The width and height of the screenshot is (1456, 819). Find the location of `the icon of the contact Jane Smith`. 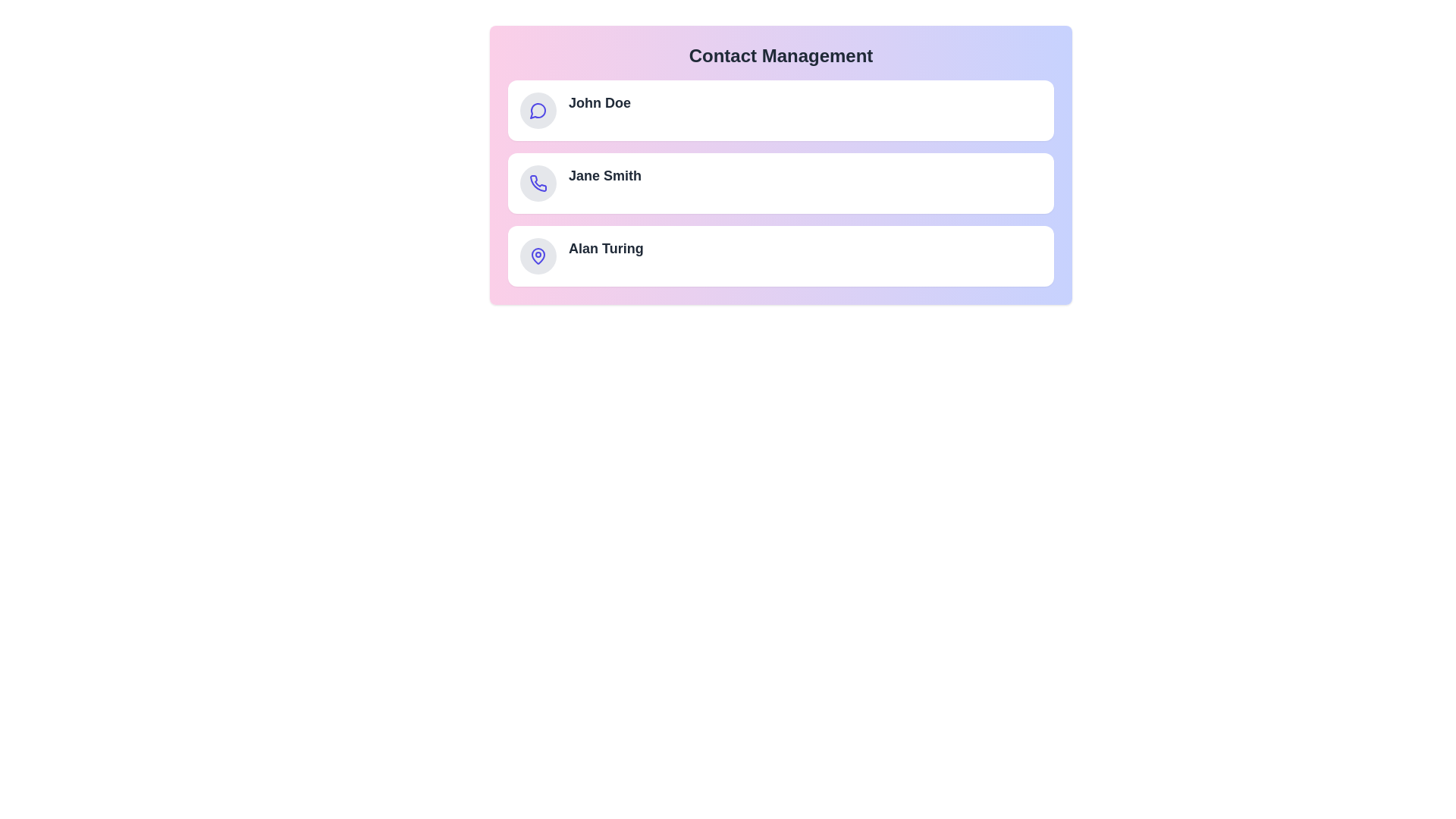

the icon of the contact Jane Smith is located at coordinates (538, 183).